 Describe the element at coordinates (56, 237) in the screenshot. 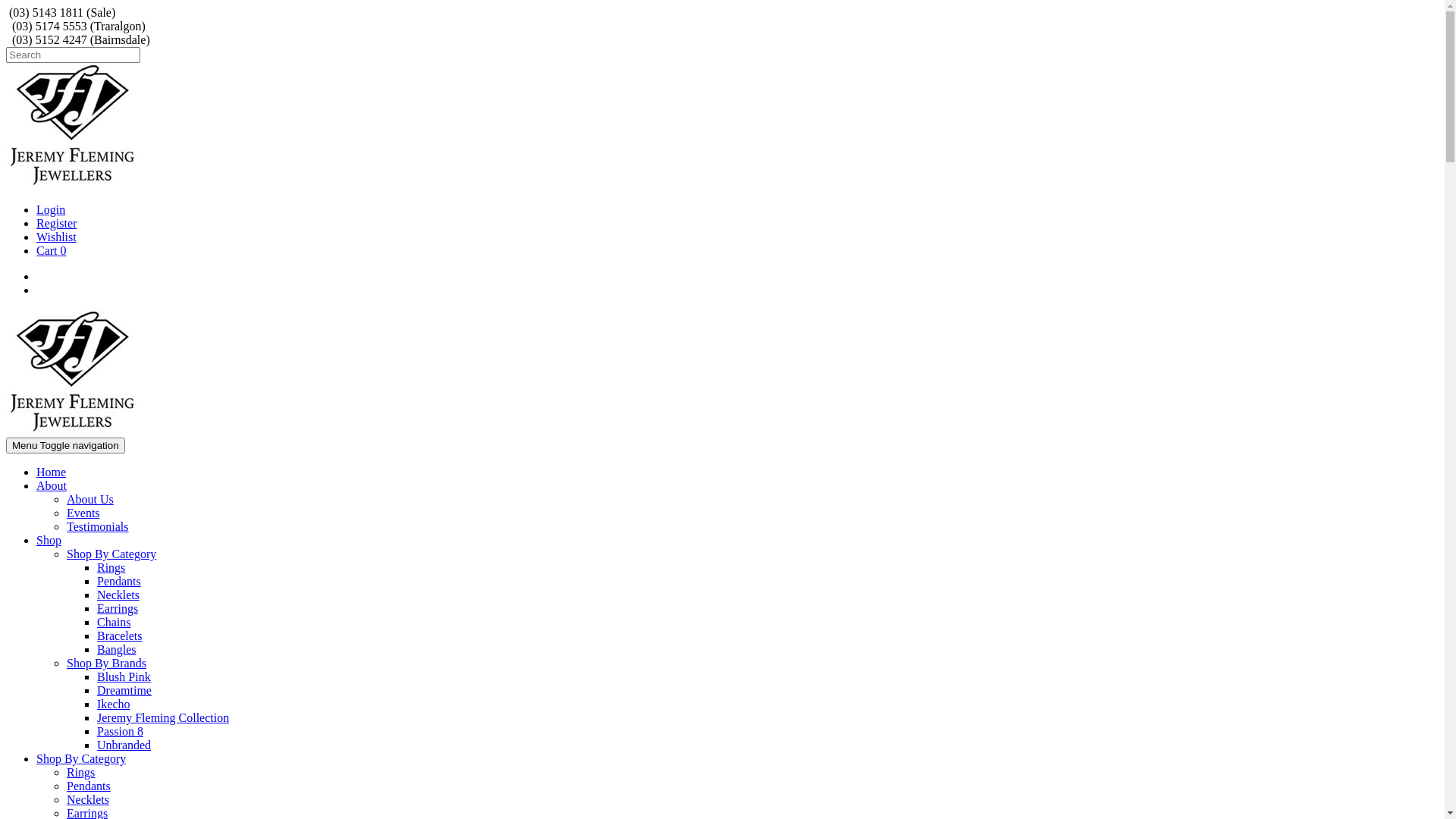

I see `'Wishlist'` at that location.